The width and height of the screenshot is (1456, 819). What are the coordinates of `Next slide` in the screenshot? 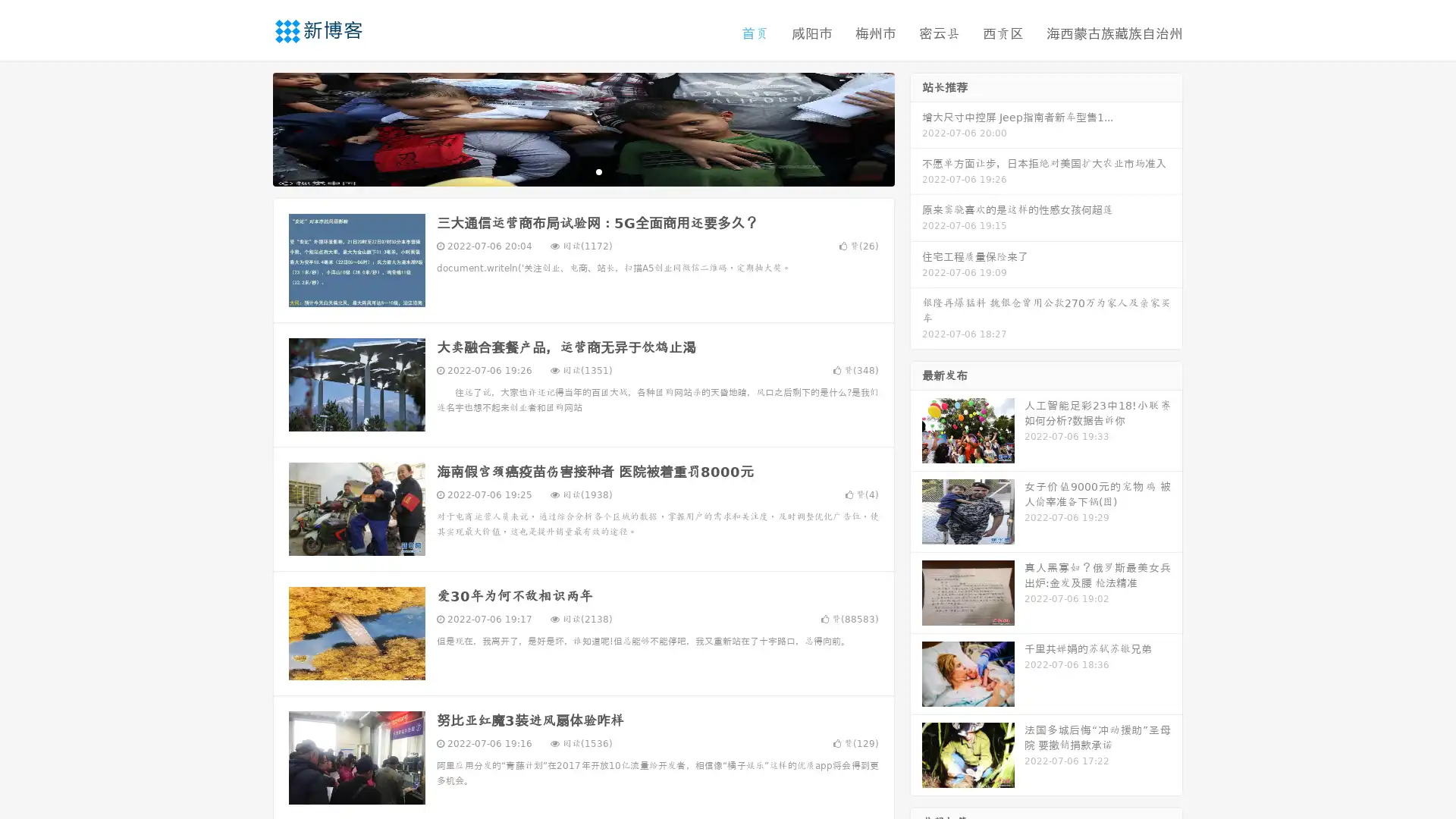 It's located at (916, 127).